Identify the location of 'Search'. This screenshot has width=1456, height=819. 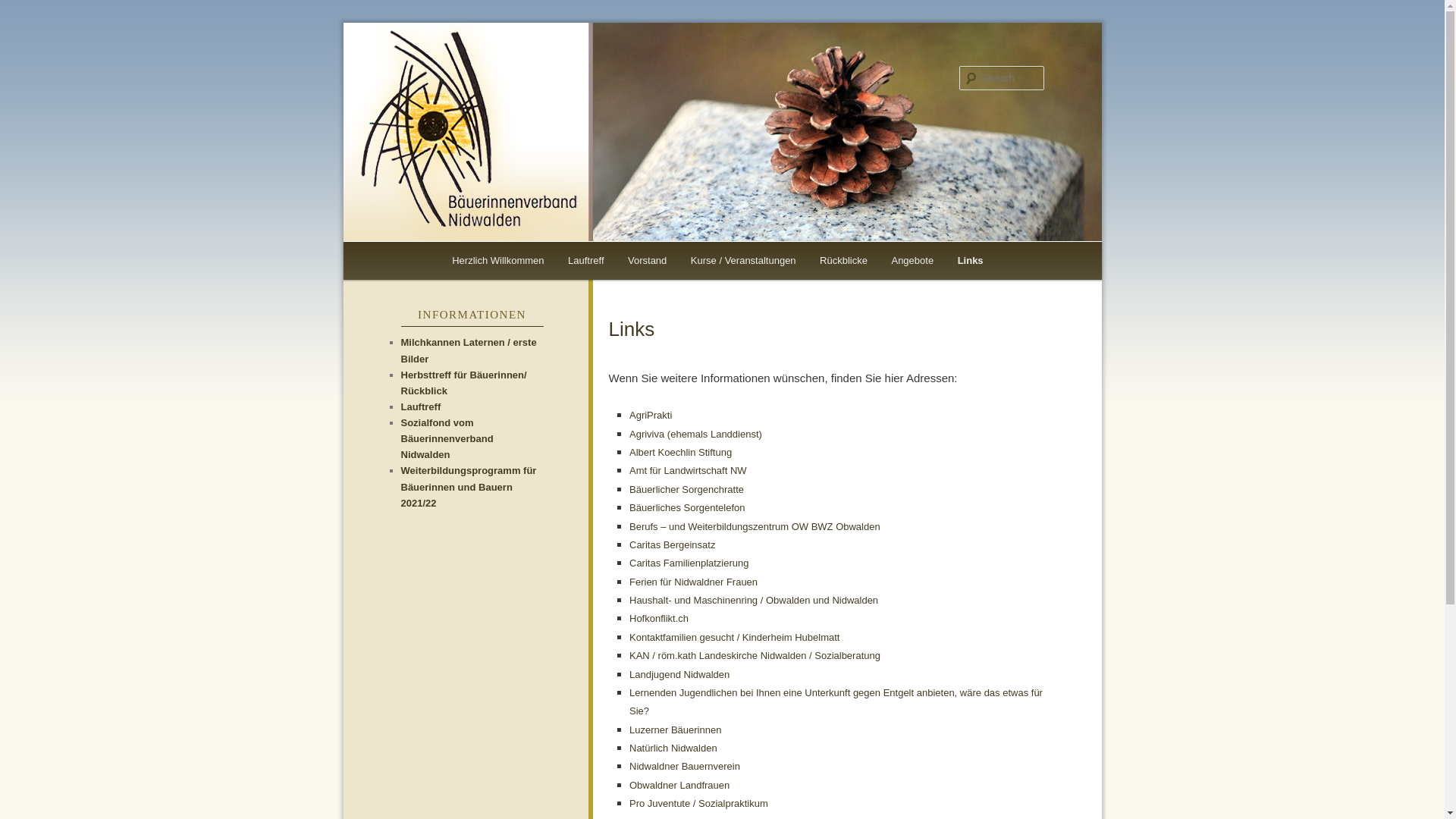
(24, 8).